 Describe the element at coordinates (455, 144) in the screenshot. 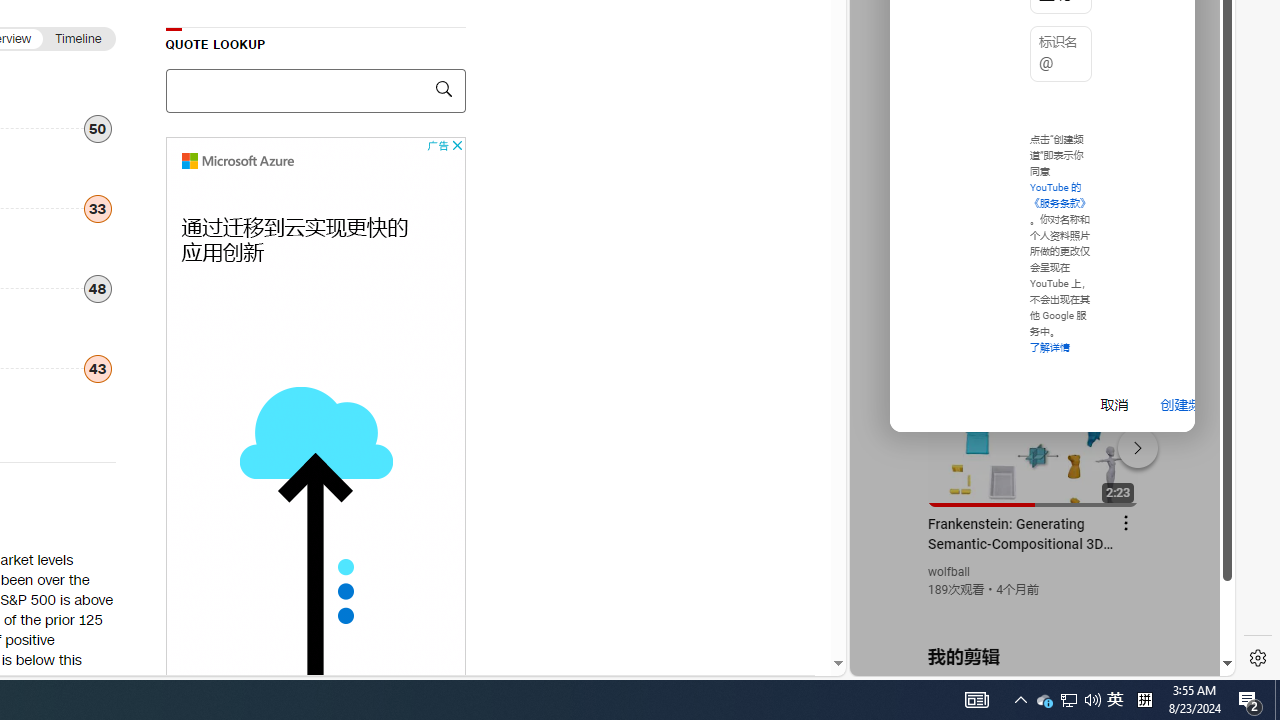

I see `'AutomationID: cbb'` at that location.